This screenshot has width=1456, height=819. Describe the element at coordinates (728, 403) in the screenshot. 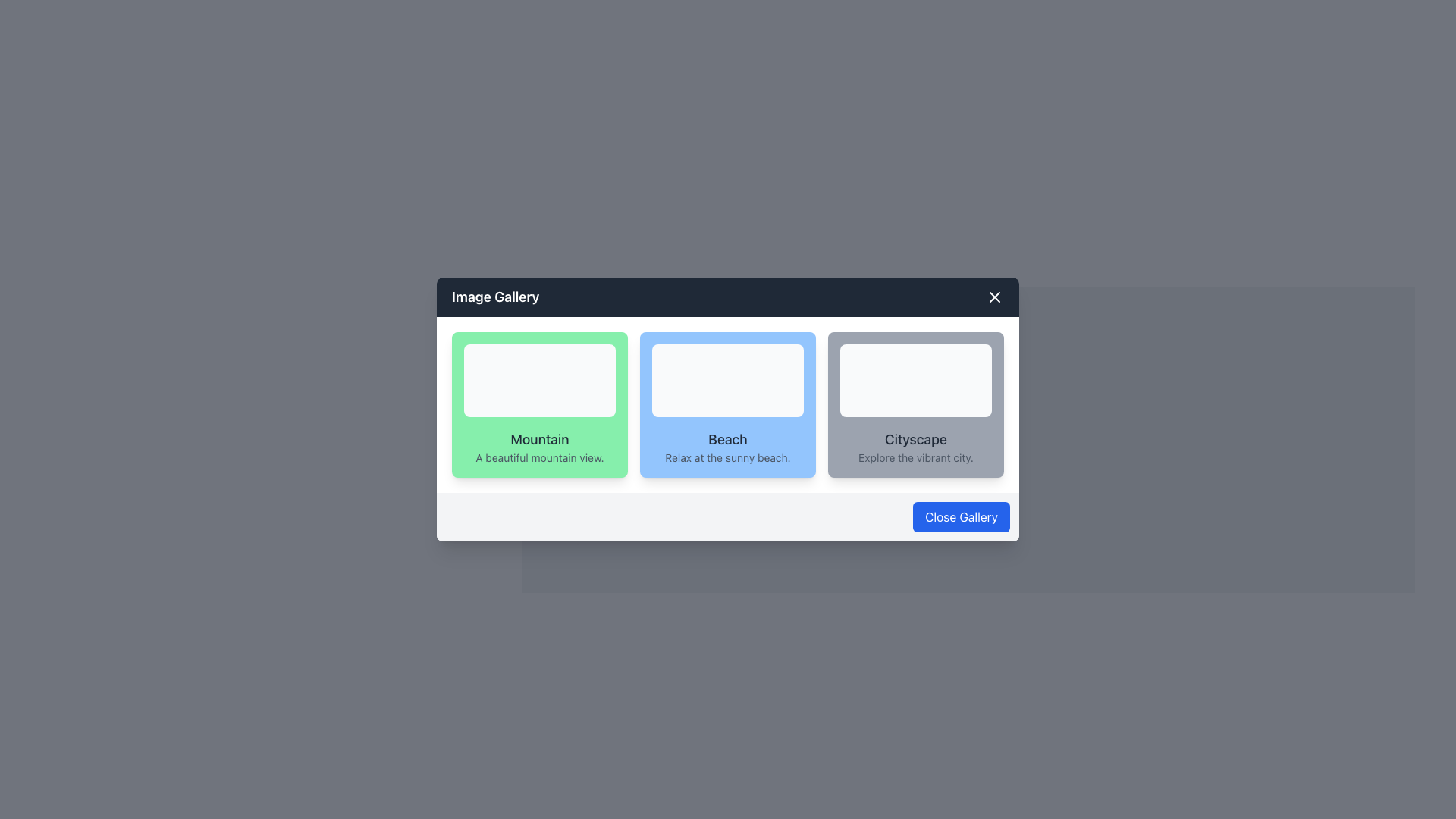

I see `the 'Beach' information card located` at that location.